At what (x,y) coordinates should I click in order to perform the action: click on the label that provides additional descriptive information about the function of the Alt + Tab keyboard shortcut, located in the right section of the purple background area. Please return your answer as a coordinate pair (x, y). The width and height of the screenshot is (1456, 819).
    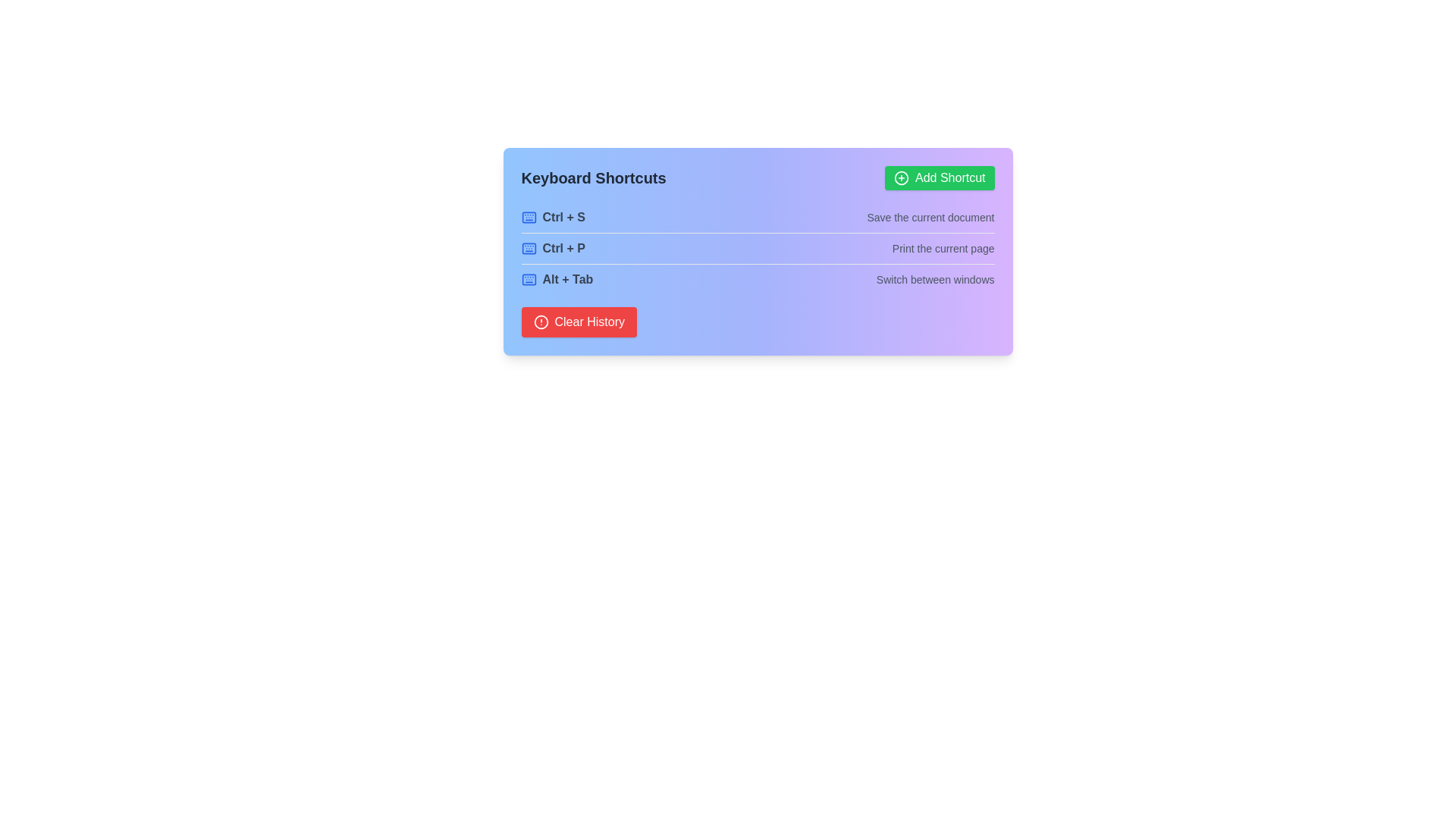
    Looking at the image, I should click on (934, 280).